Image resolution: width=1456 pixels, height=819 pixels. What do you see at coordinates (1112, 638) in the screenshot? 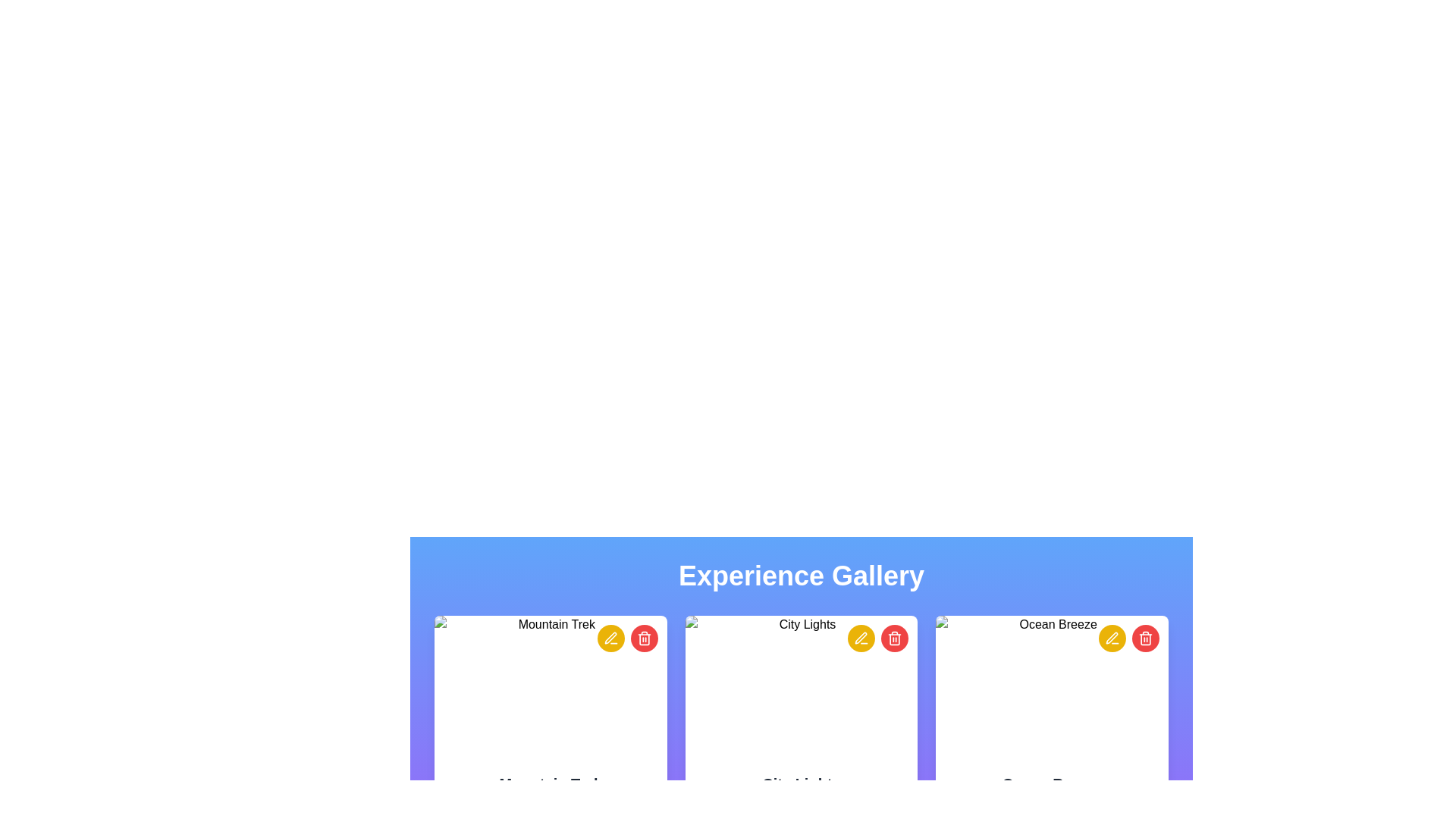
I see `the edit button located in the yellow circular area to the left of the red trash icon on the Ocean Breeze item card, which is in the third column under the Experience Gallery heading` at bounding box center [1112, 638].